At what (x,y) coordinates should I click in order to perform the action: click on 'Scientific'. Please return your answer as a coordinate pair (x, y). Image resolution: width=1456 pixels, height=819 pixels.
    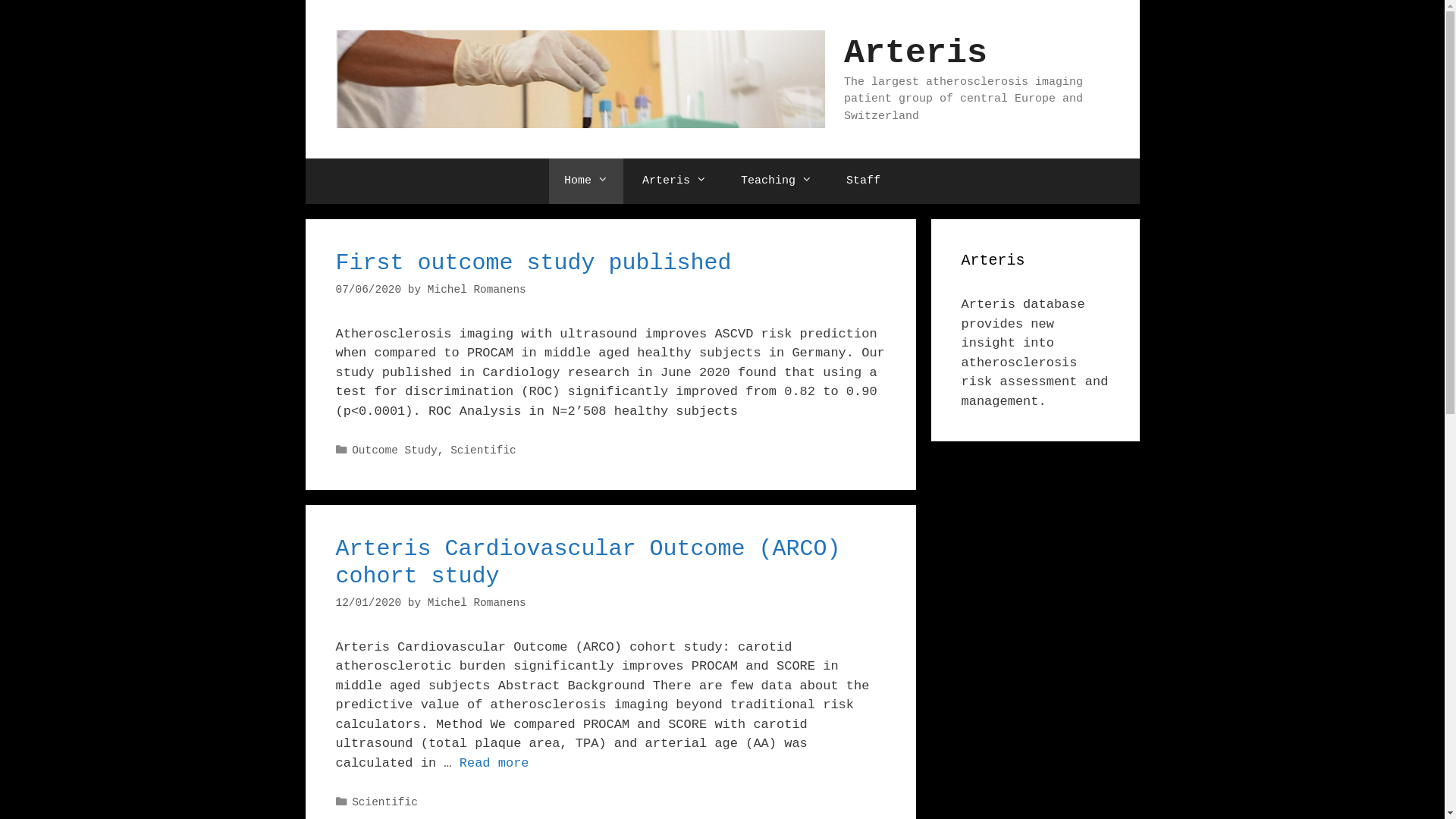
    Looking at the image, I should click on (482, 450).